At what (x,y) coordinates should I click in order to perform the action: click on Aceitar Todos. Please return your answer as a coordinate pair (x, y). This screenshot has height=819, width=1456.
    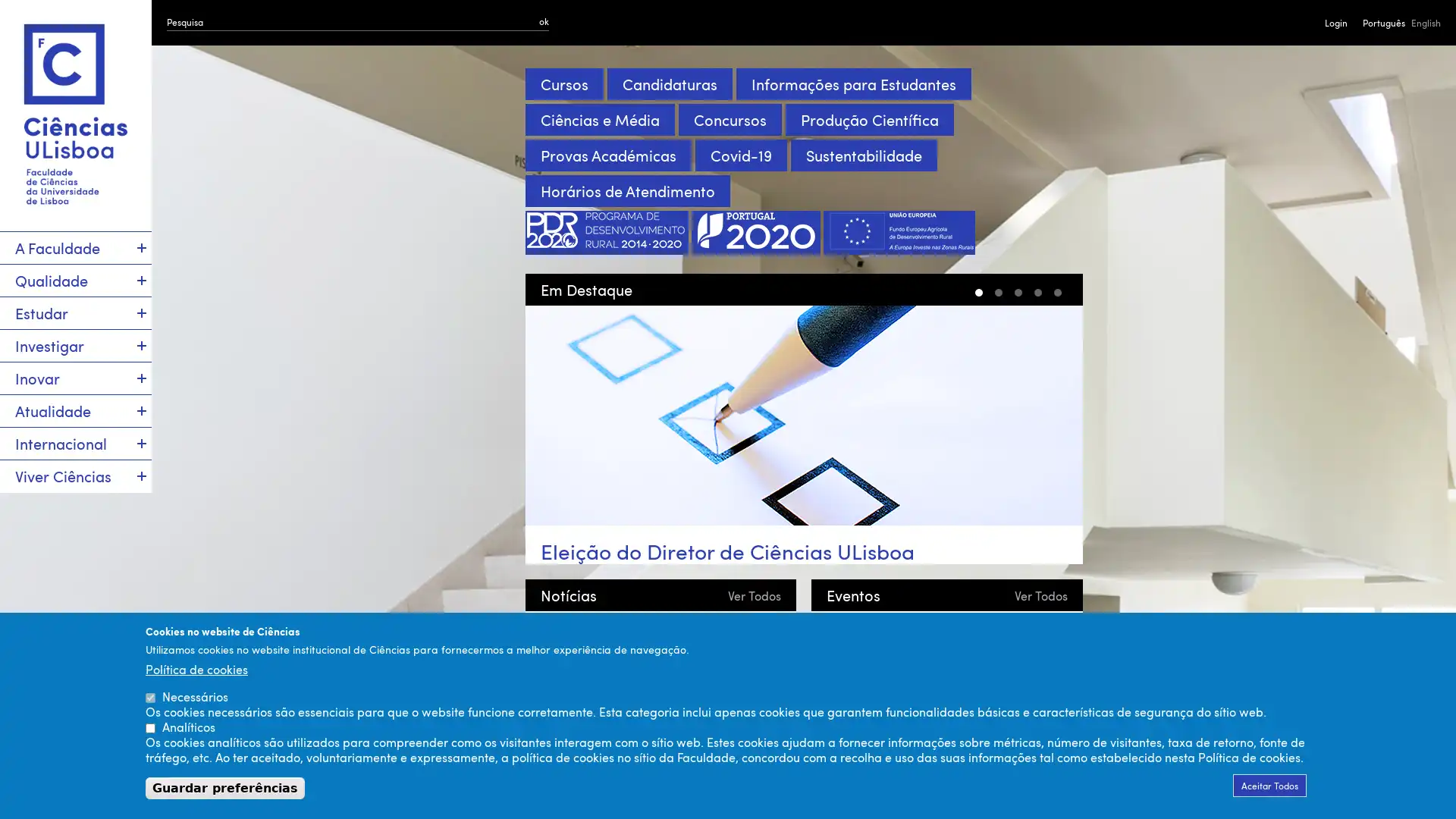
    Looking at the image, I should click on (1269, 785).